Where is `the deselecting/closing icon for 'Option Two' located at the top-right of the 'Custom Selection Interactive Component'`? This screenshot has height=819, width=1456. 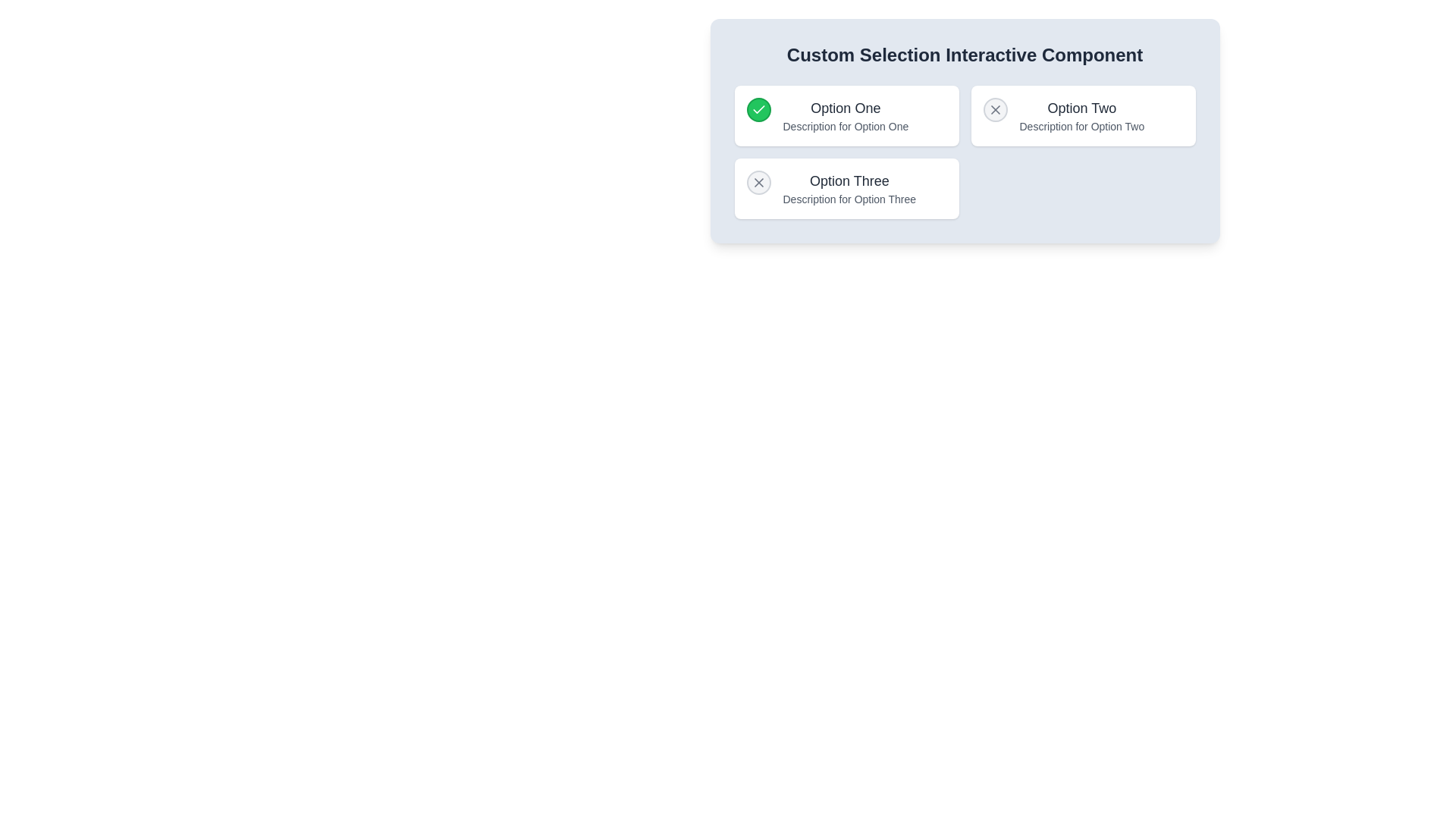 the deselecting/closing icon for 'Option Two' located at the top-right of the 'Custom Selection Interactive Component' is located at coordinates (995, 109).